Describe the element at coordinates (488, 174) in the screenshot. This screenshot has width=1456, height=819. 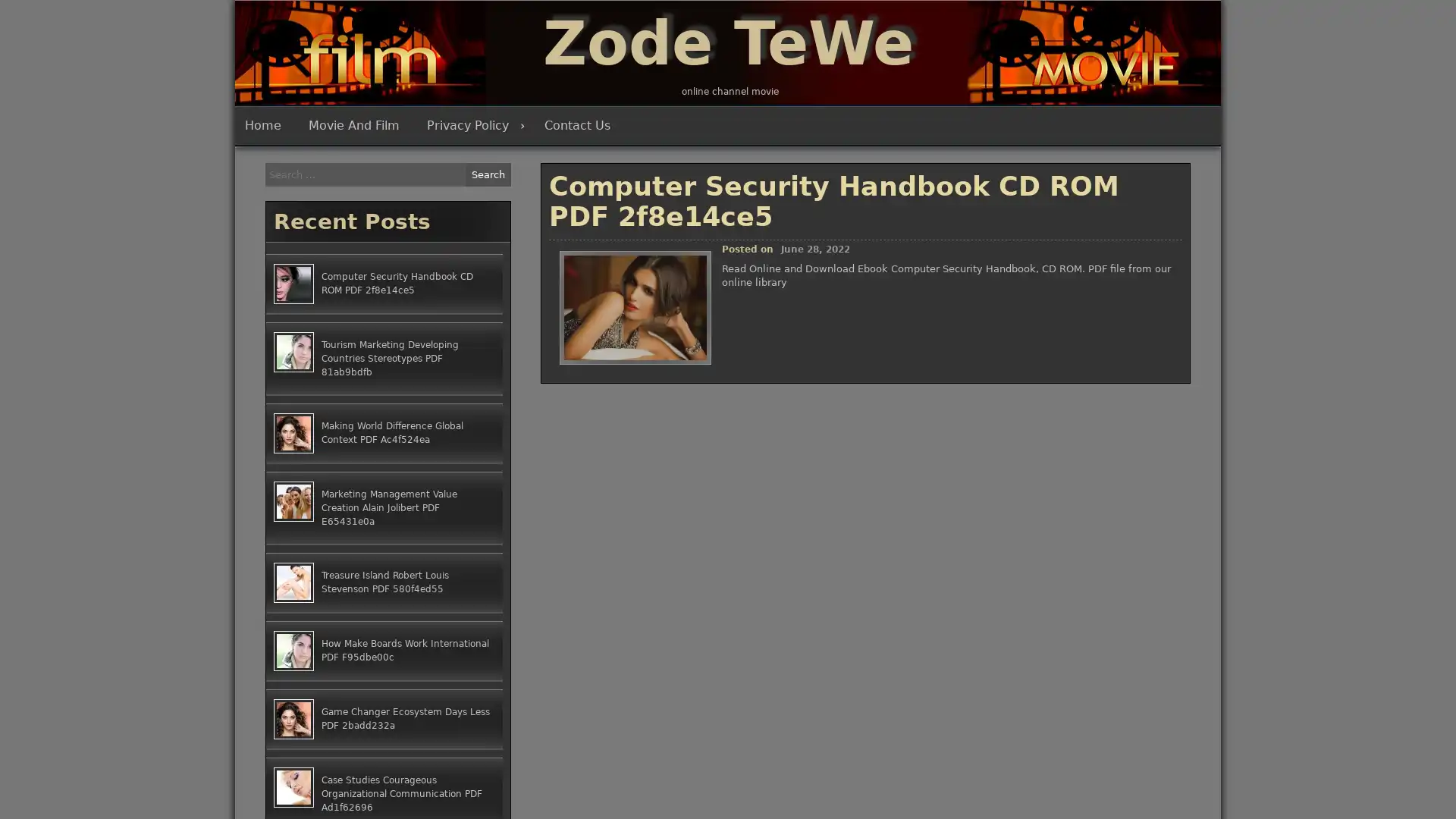
I see `Search` at that location.